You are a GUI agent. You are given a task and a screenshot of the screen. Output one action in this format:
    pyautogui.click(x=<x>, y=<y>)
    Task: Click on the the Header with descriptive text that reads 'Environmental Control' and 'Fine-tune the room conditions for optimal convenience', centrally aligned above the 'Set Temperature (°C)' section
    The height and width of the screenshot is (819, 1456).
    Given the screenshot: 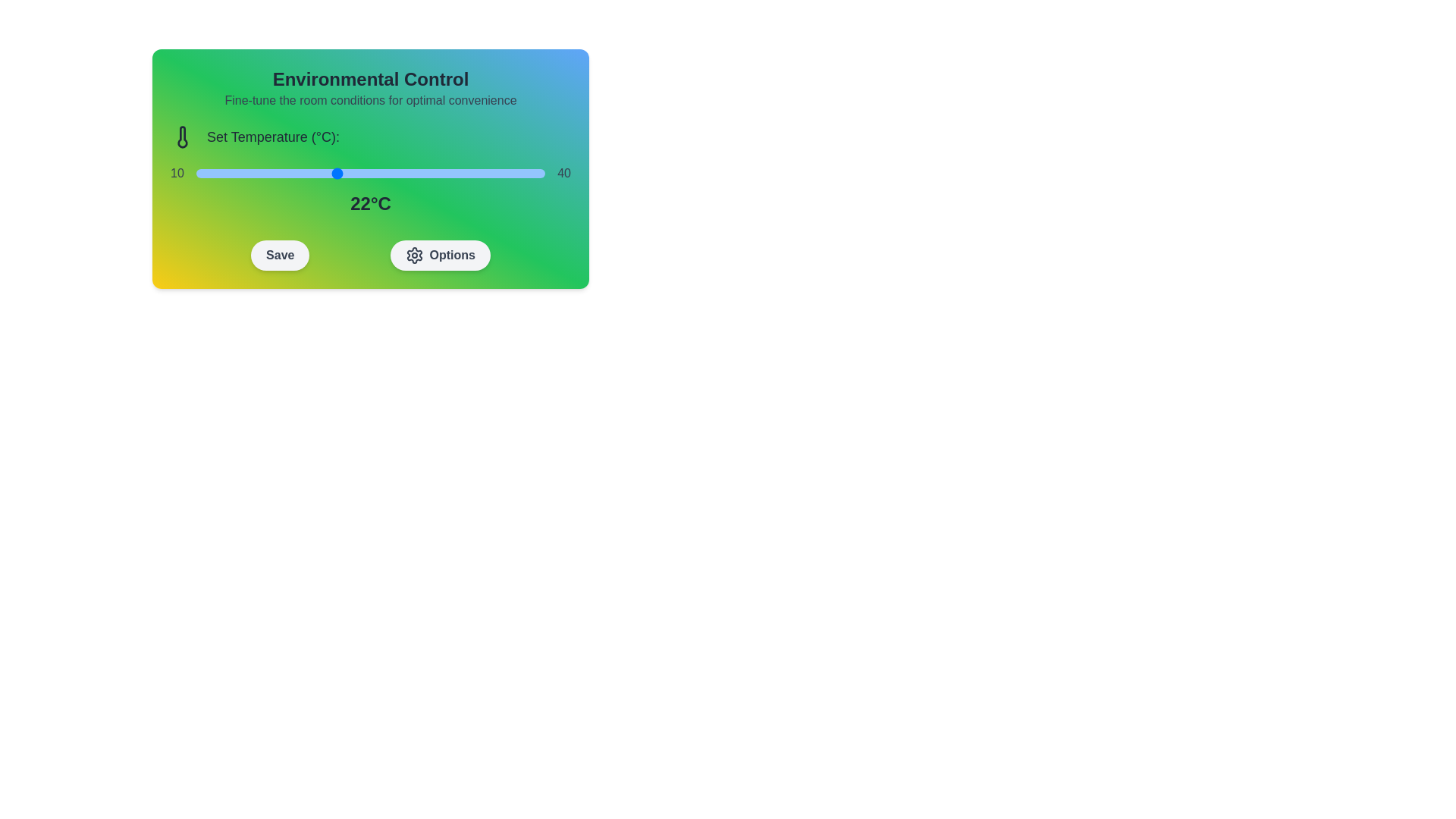 What is the action you would take?
    pyautogui.click(x=371, y=88)
    